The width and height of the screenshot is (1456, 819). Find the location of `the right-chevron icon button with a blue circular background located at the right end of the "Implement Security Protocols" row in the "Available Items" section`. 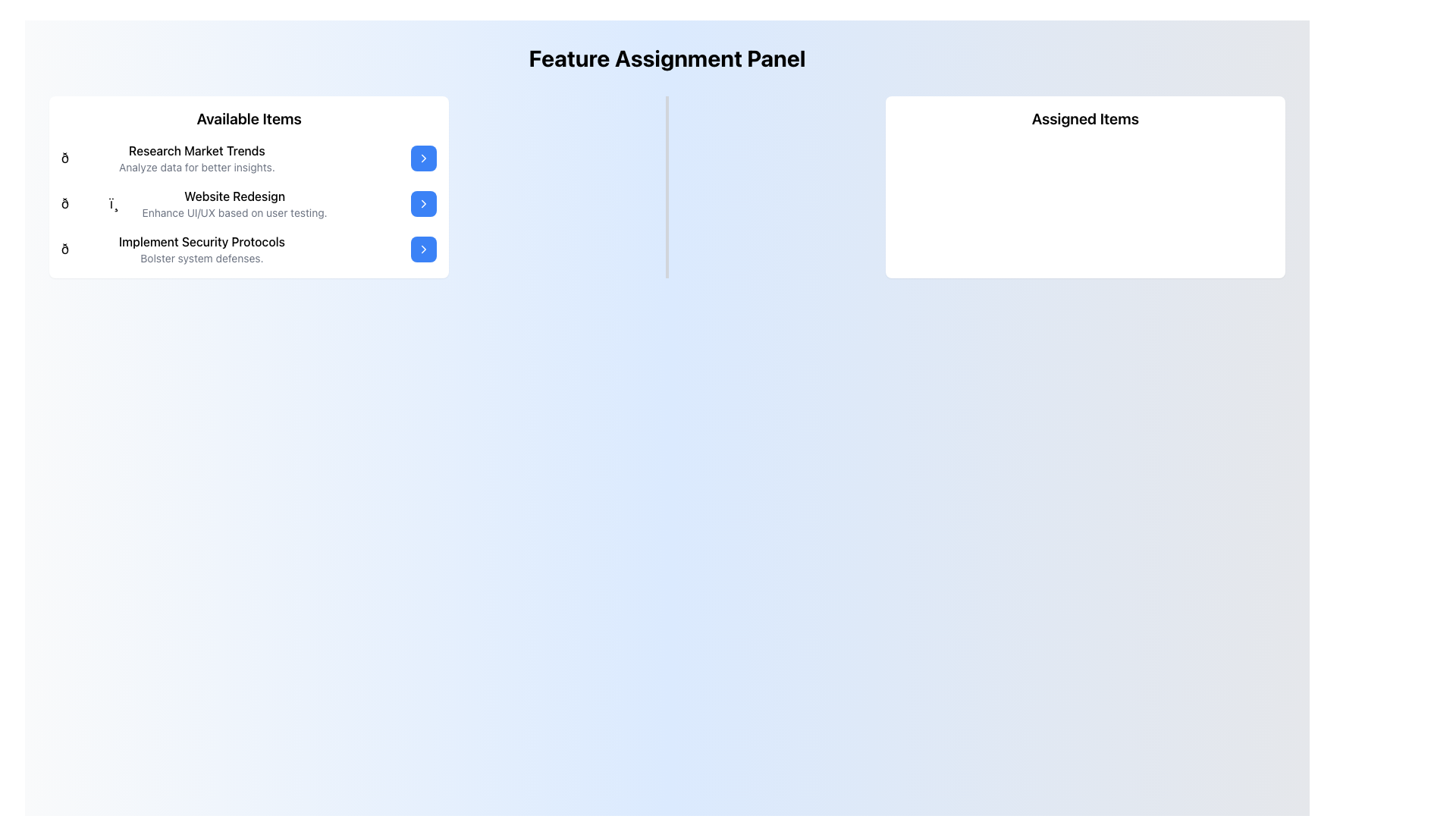

the right-chevron icon button with a blue circular background located at the right end of the "Implement Security Protocols" row in the "Available Items" section is located at coordinates (424, 248).